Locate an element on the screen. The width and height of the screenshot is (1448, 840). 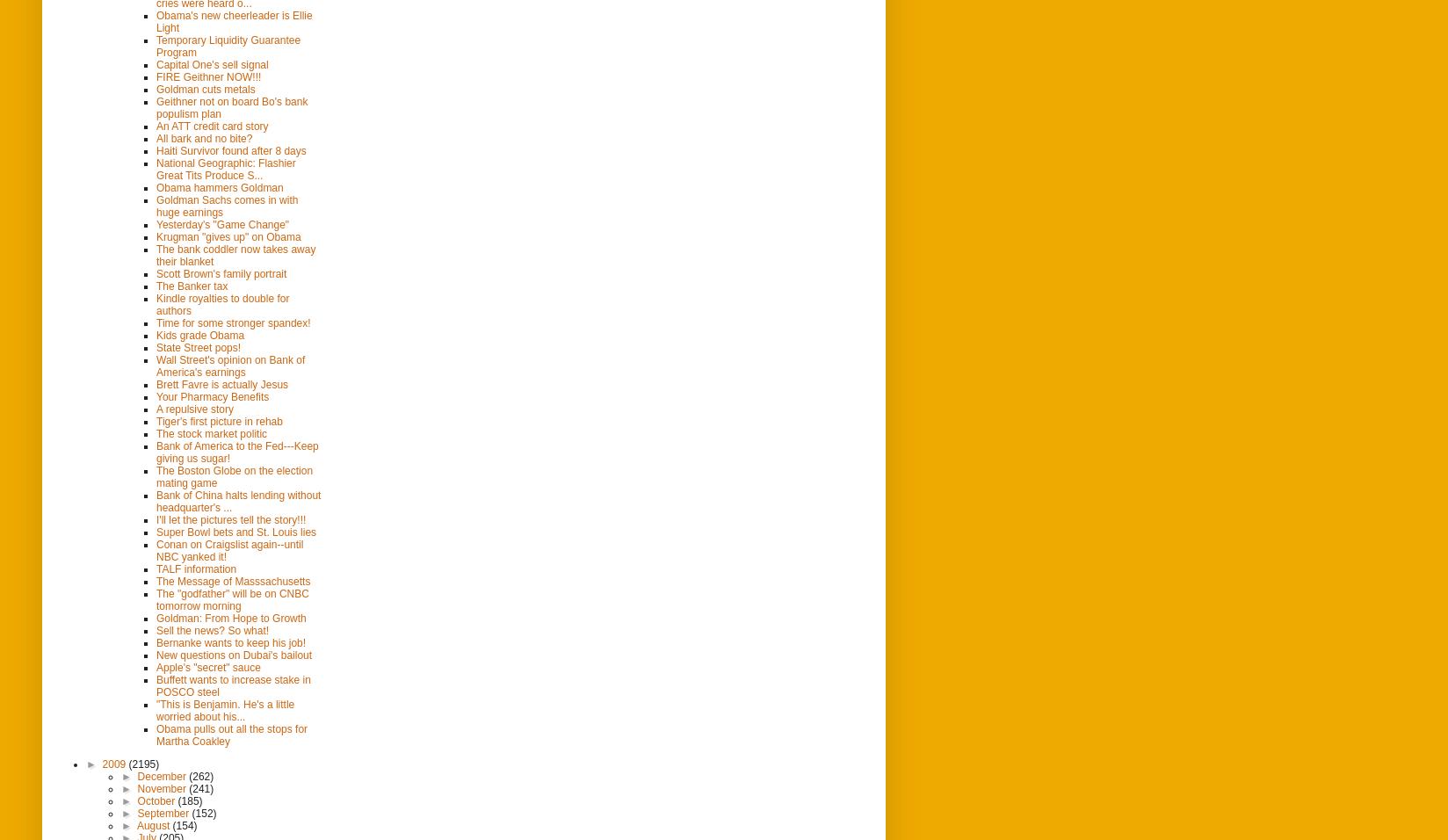
'Geithner not on board Bo's bank populism plan' is located at coordinates (231, 106).